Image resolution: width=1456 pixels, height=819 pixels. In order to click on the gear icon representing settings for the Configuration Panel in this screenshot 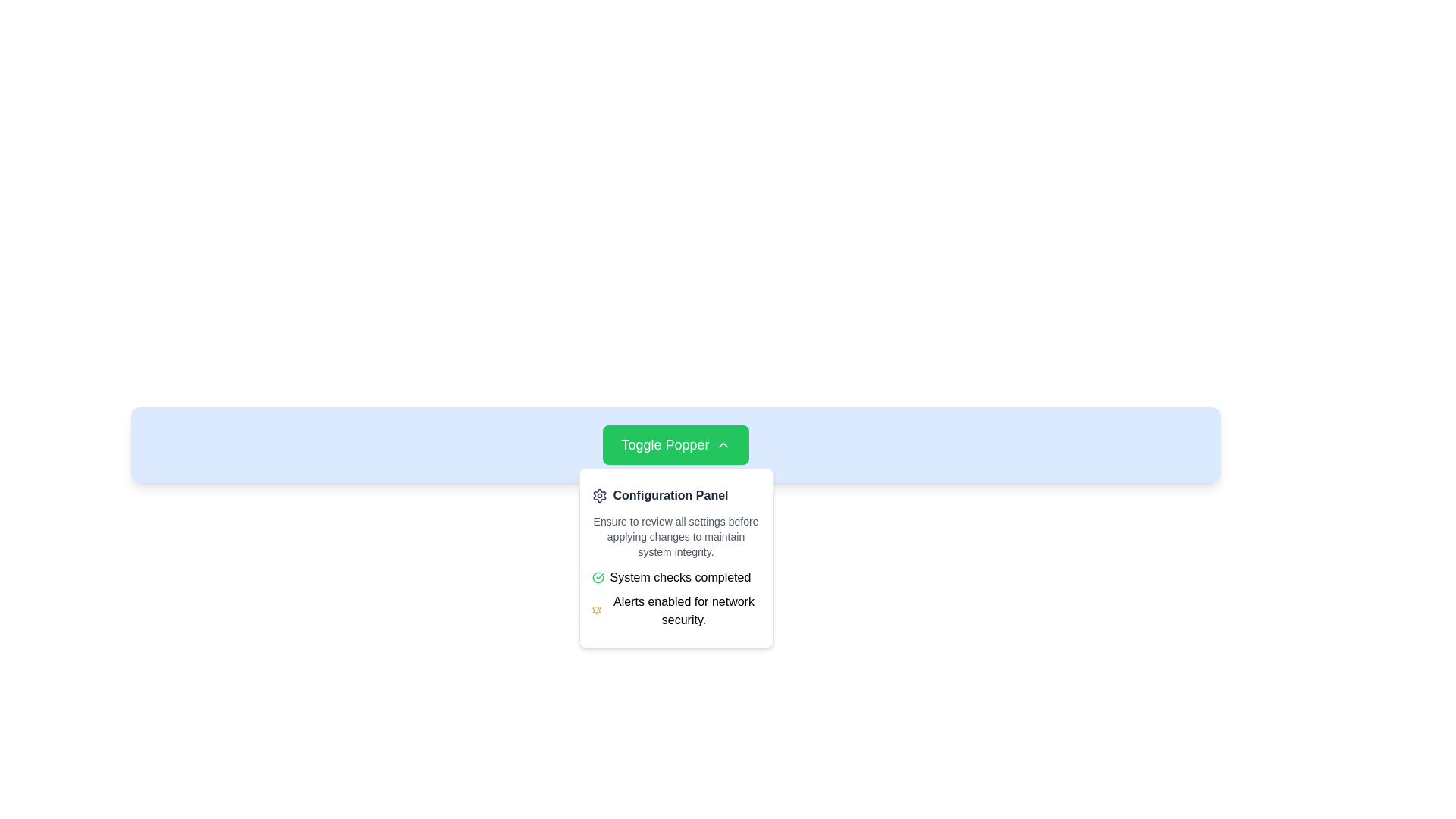, I will do `click(598, 496)`.